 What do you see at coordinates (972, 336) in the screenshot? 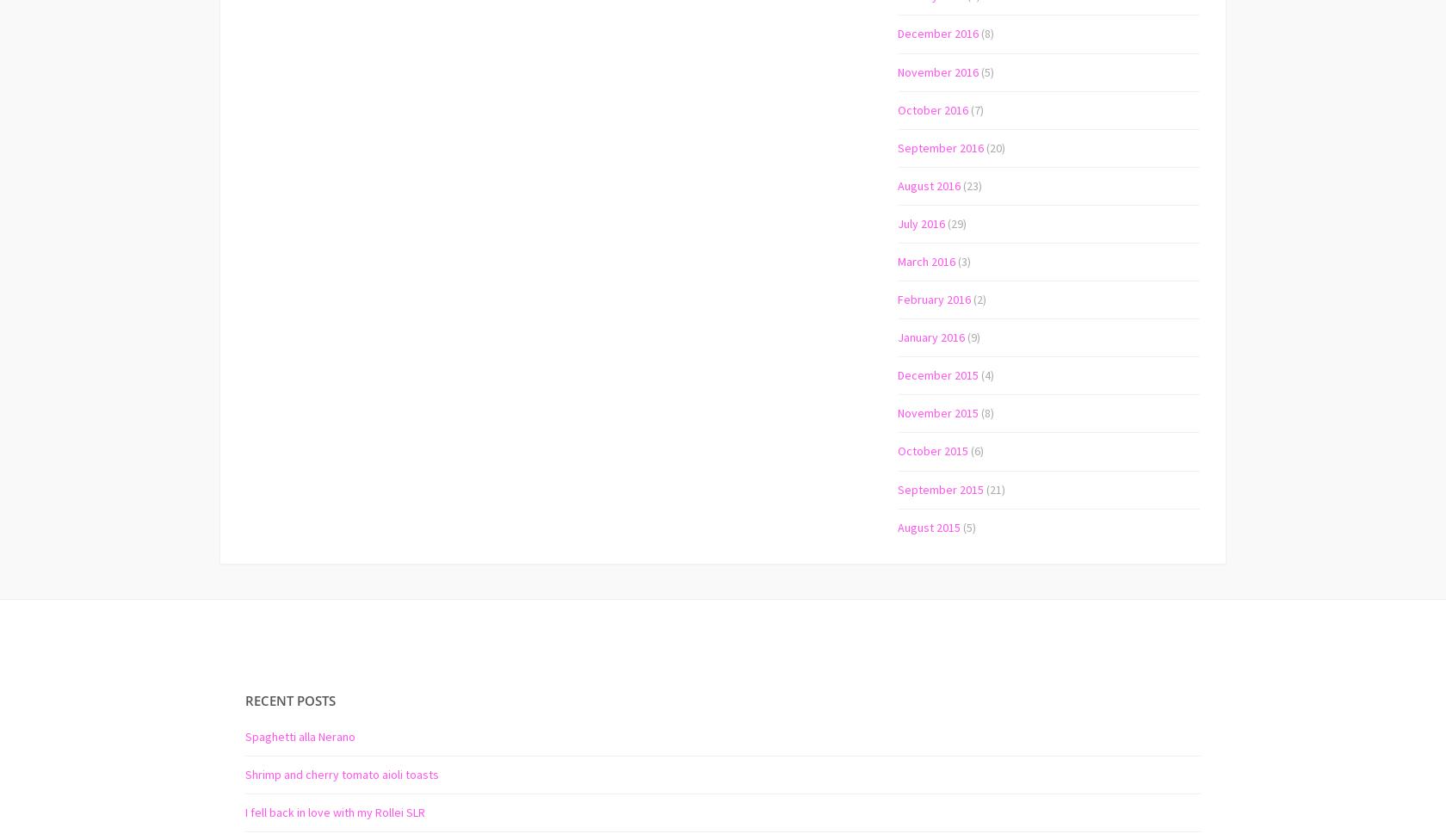
I see `'(9)'` at bounding box center [972, 336].